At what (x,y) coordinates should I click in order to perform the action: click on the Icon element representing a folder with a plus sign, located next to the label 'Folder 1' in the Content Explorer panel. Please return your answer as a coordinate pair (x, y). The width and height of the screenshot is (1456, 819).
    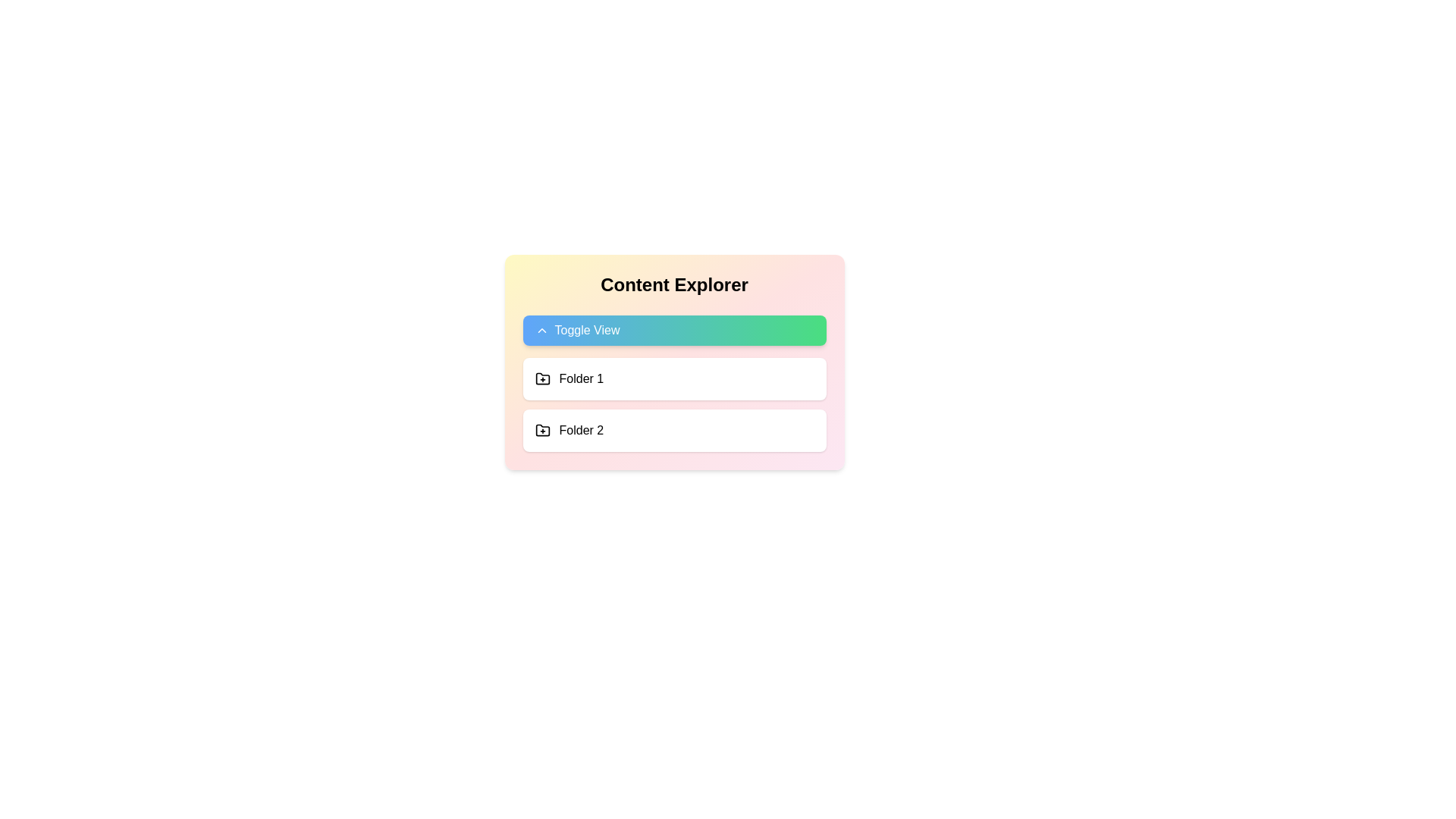
    Looking at the image, I should click on (542, 378).